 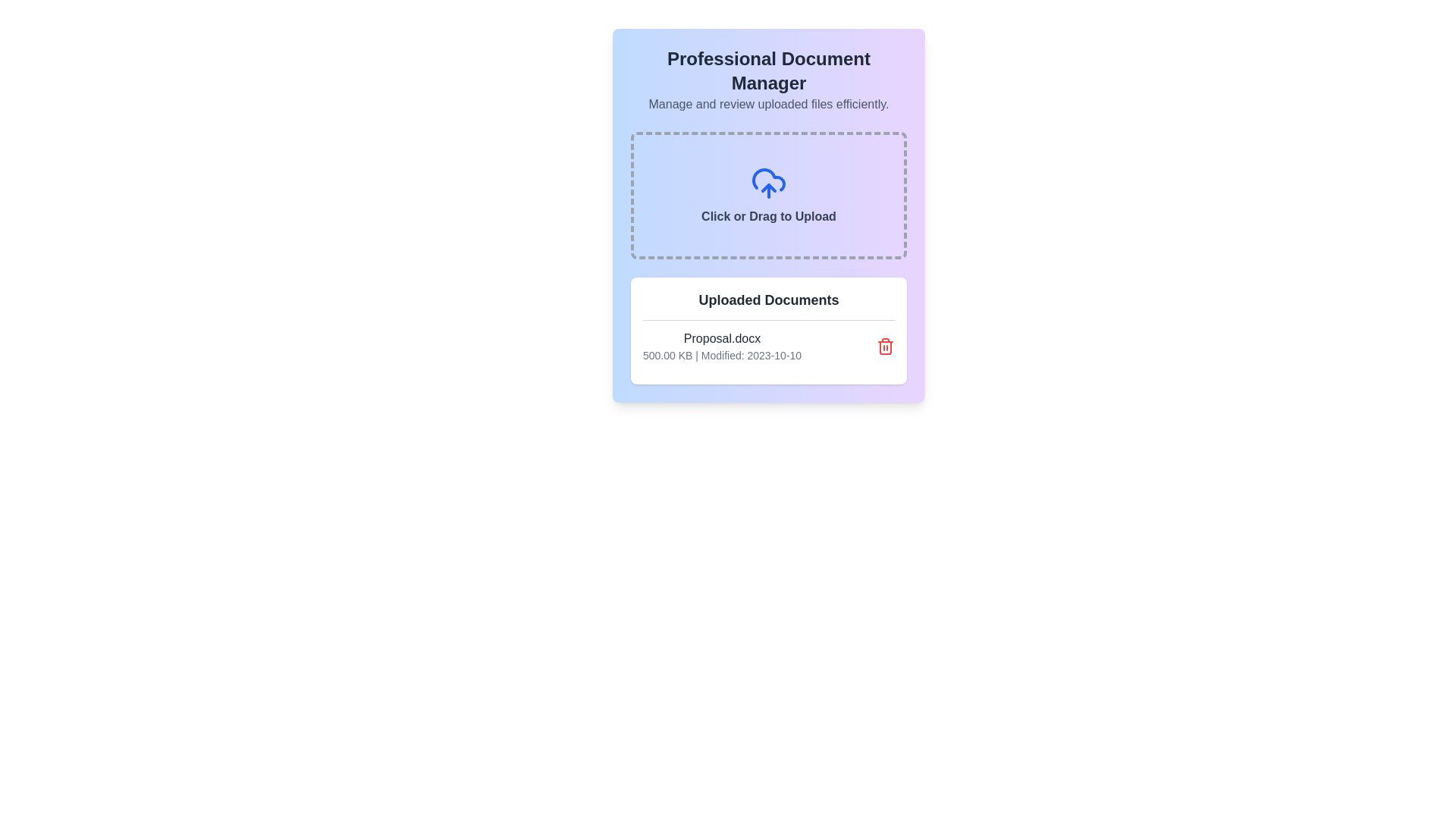 What do you see at coordinates (721, 346) in the screenshot?
I see `the text display element representing the uploaded document entry, which shows the file's details in the 'Uploaded Documents' section, located to the left of the red delete icon` at bounding box center [721, 346].